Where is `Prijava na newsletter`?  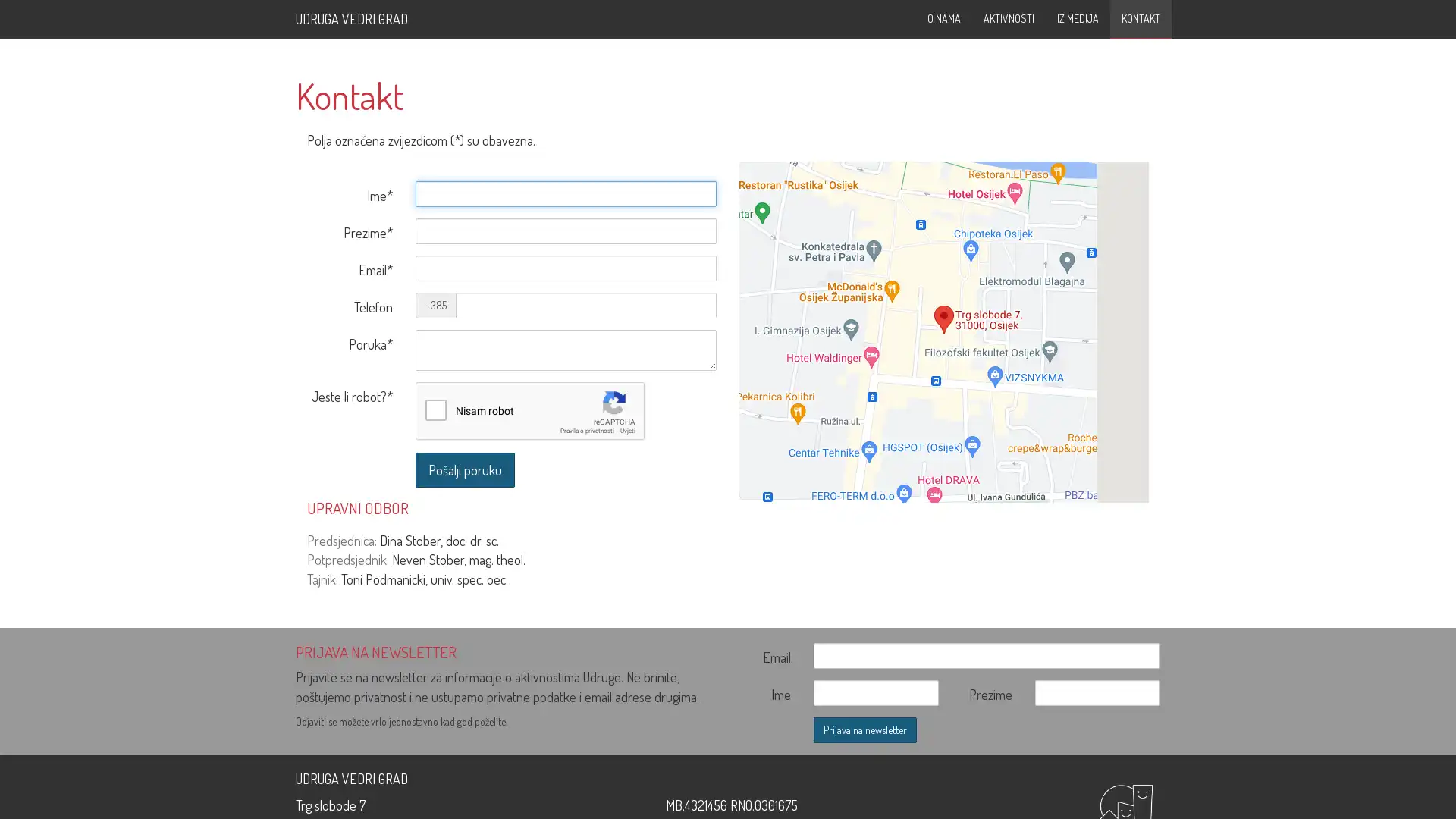 Prijava na newsletter is located at coordinates (864, 728).